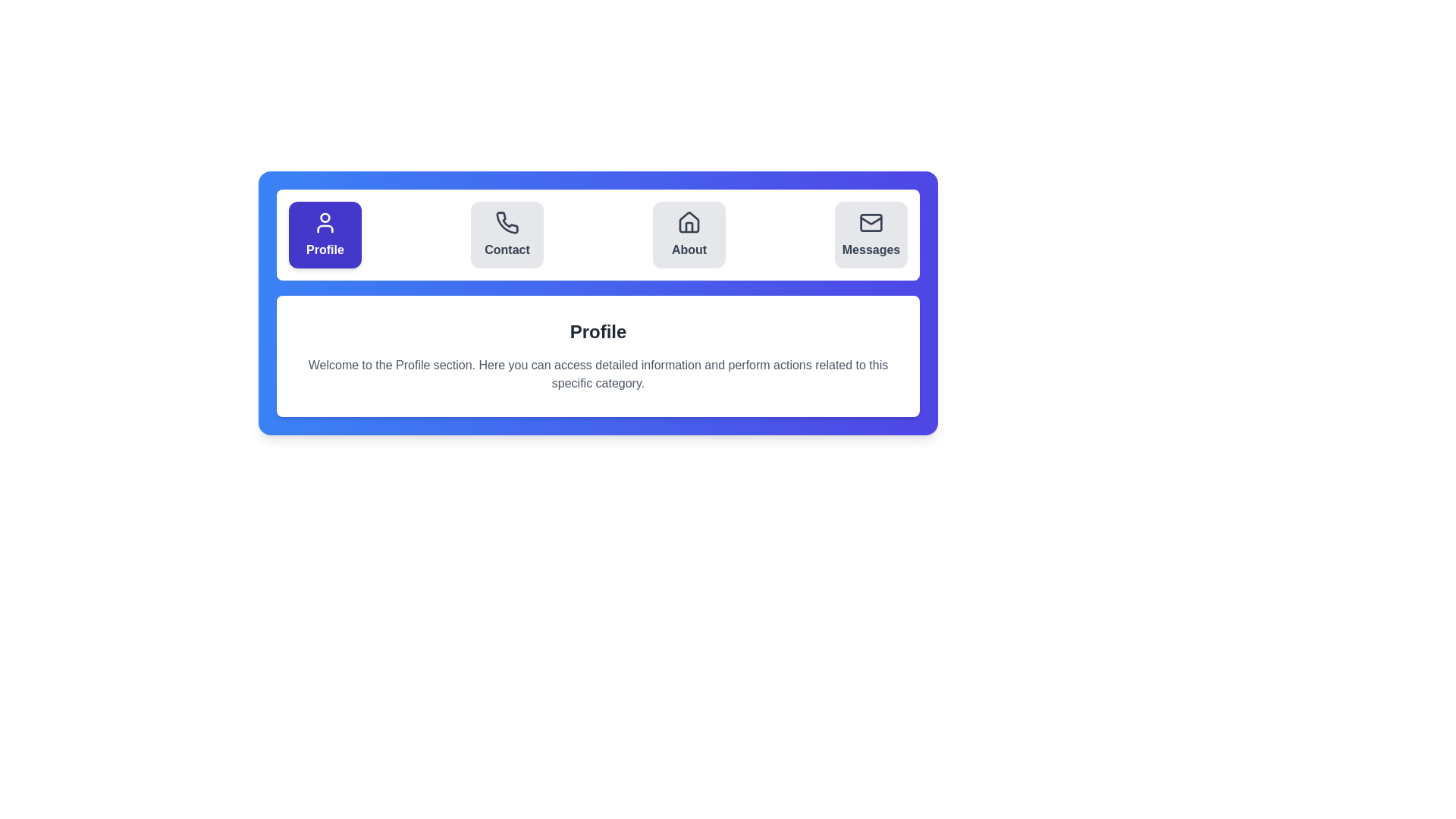  What do you see at coordinates (871, 234) in the screenshot?
I see `the Messages tab by clicking its button` at bounding box center [871, 234].